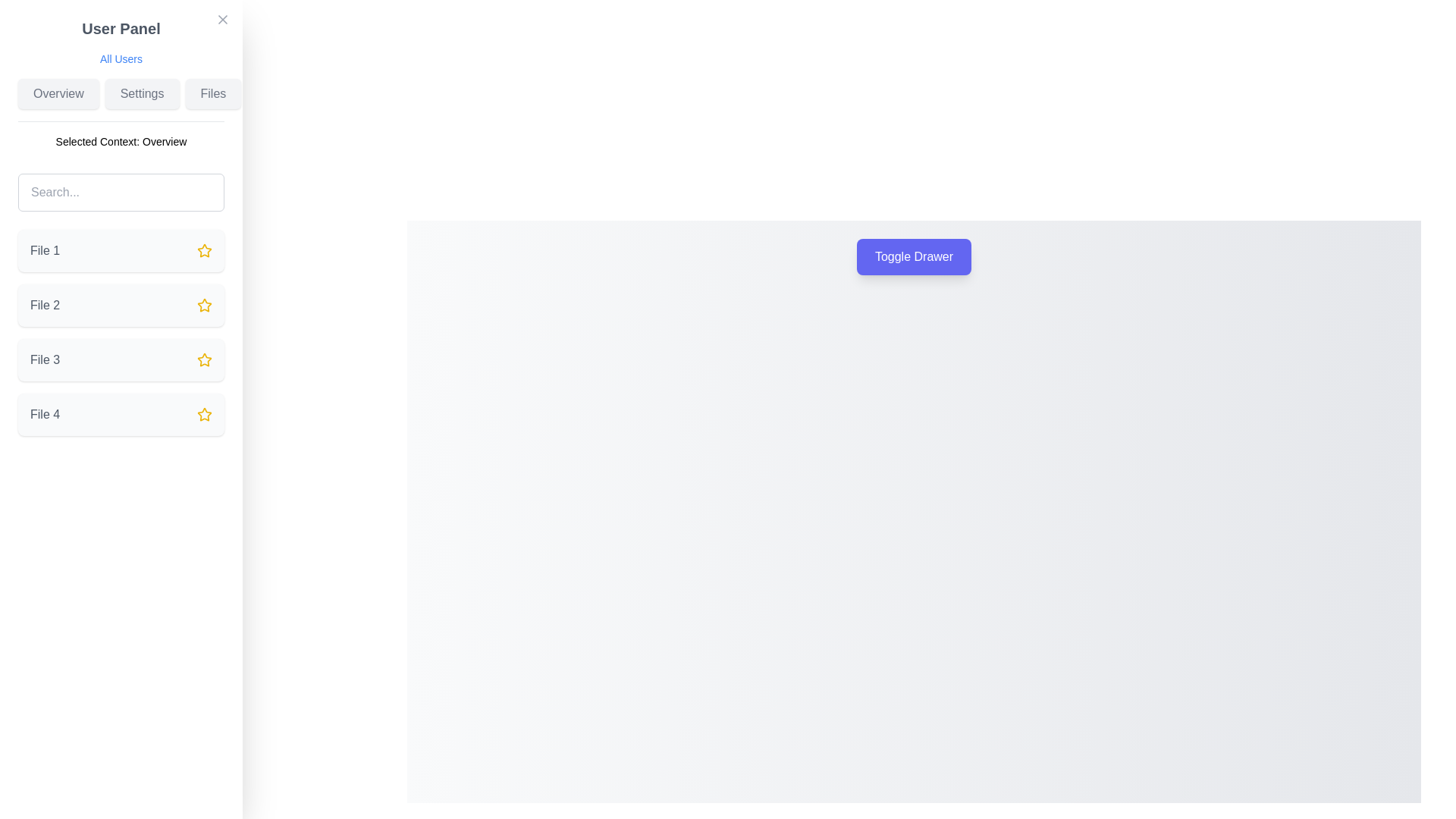  I want to click on the favorite icon located in the fourth row of the 'Files' section in the sidebar, so click(203, 414).